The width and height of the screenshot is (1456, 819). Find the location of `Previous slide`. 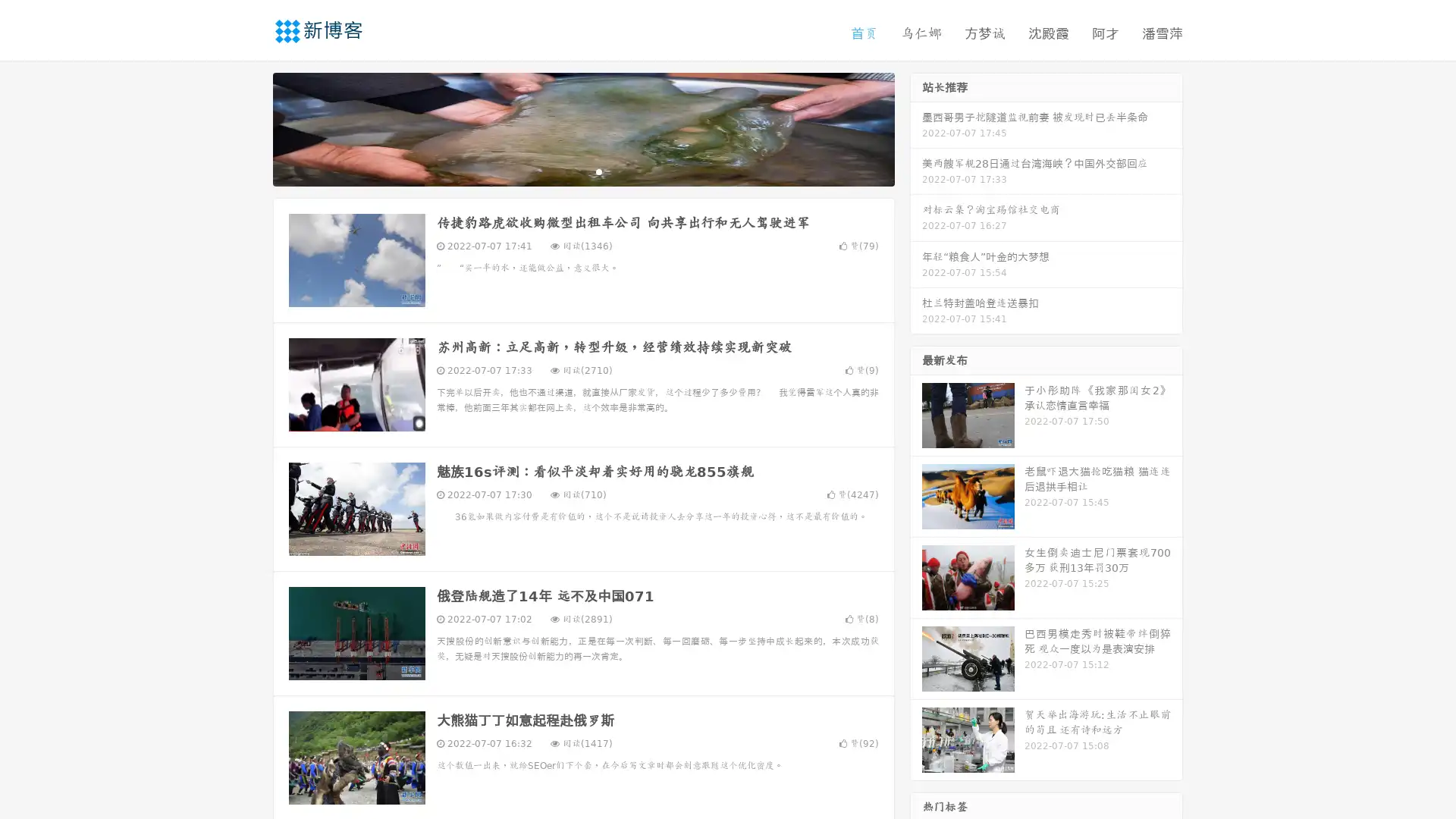

Previous slide is located at coordinates (250, 127).